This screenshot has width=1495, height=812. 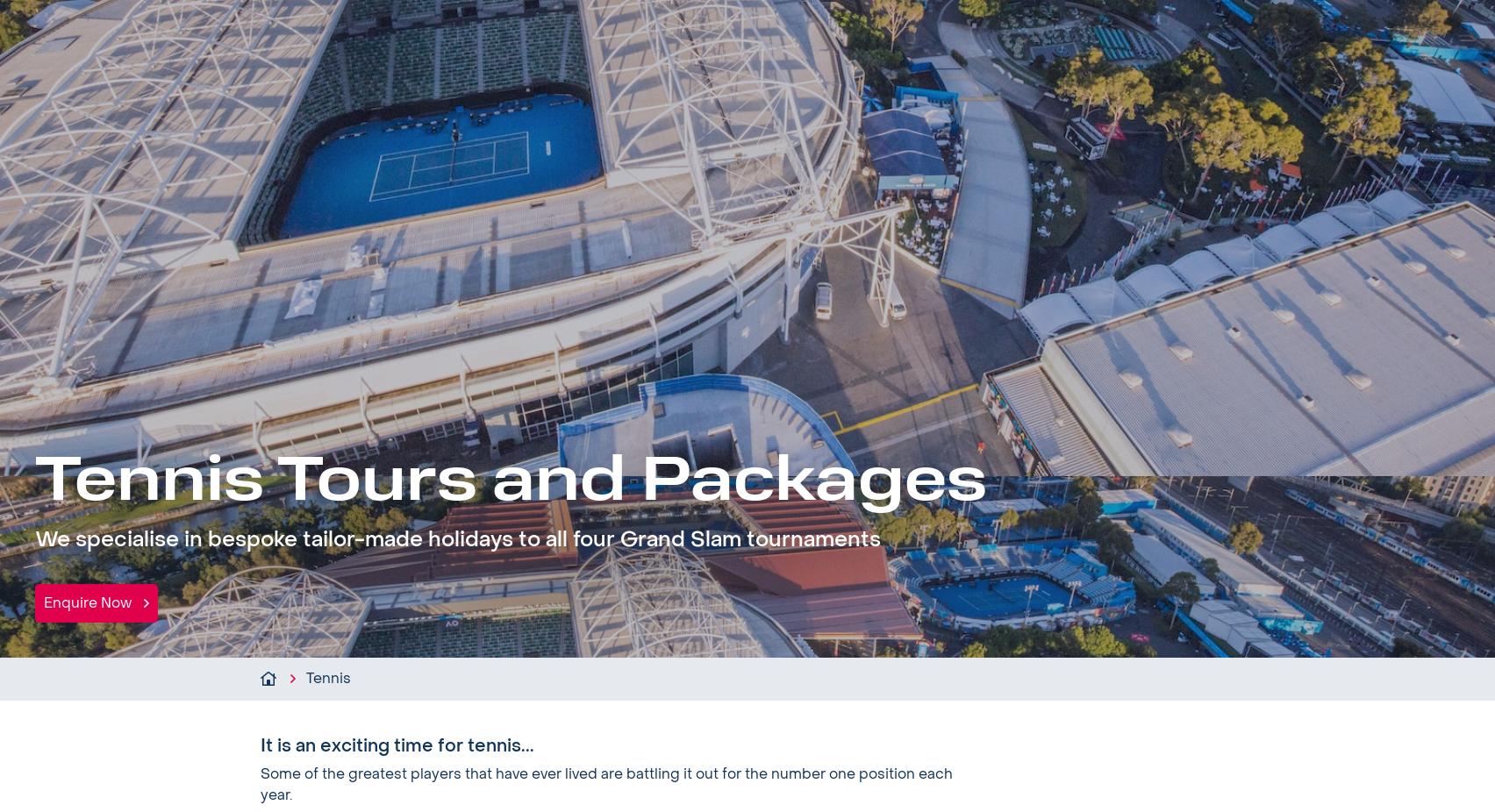 What do you see at coordinates (866, 722) in the screenshot?
I see `'Surname'` at bounding box center [866, 722].